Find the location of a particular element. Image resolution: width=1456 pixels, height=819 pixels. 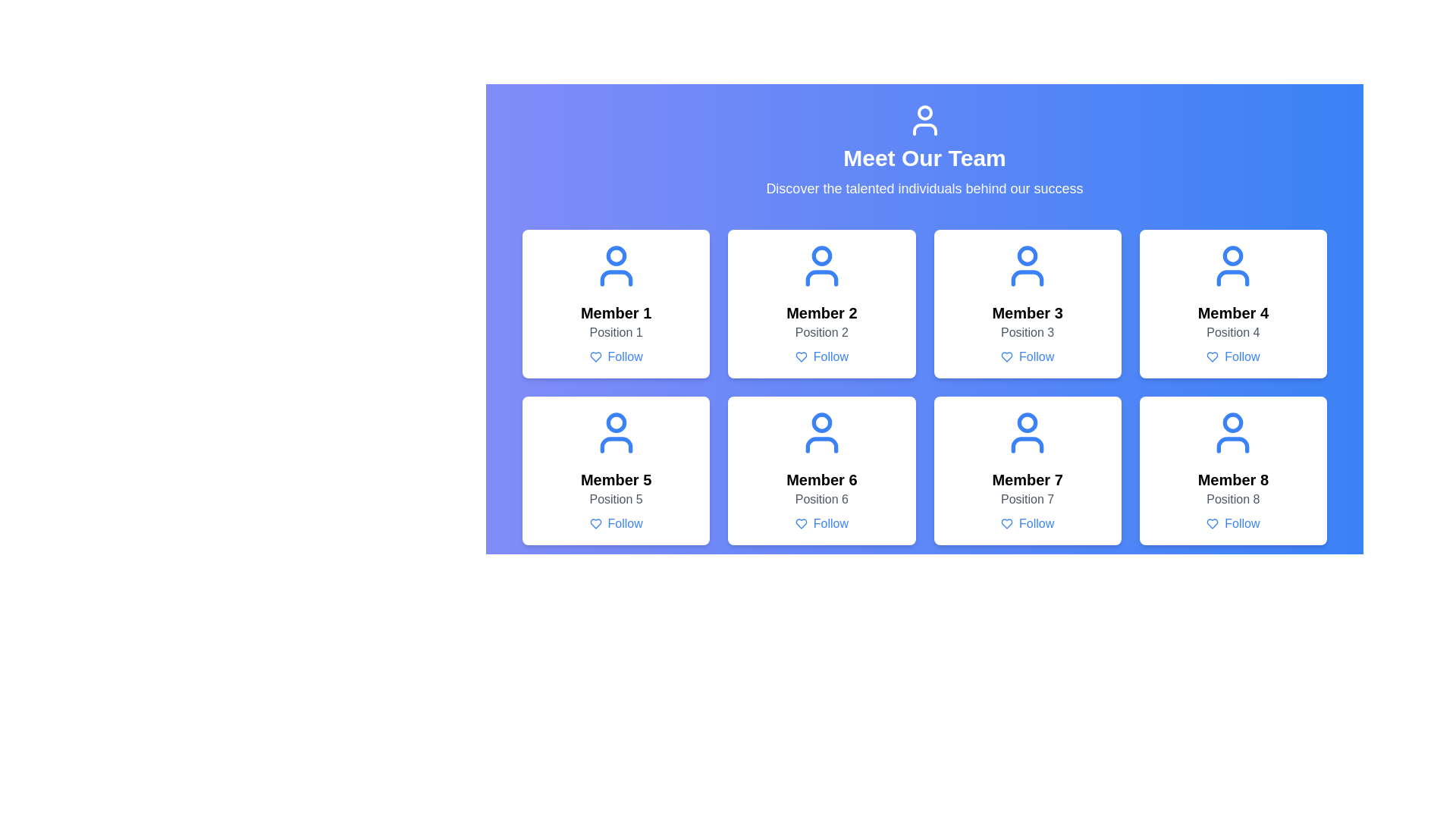

text from the Text Label displaying 'Member 6', located in the sixth card of the layout grid, above 'Position 6' and below the user profile icon is located at coordinates (821, 479).